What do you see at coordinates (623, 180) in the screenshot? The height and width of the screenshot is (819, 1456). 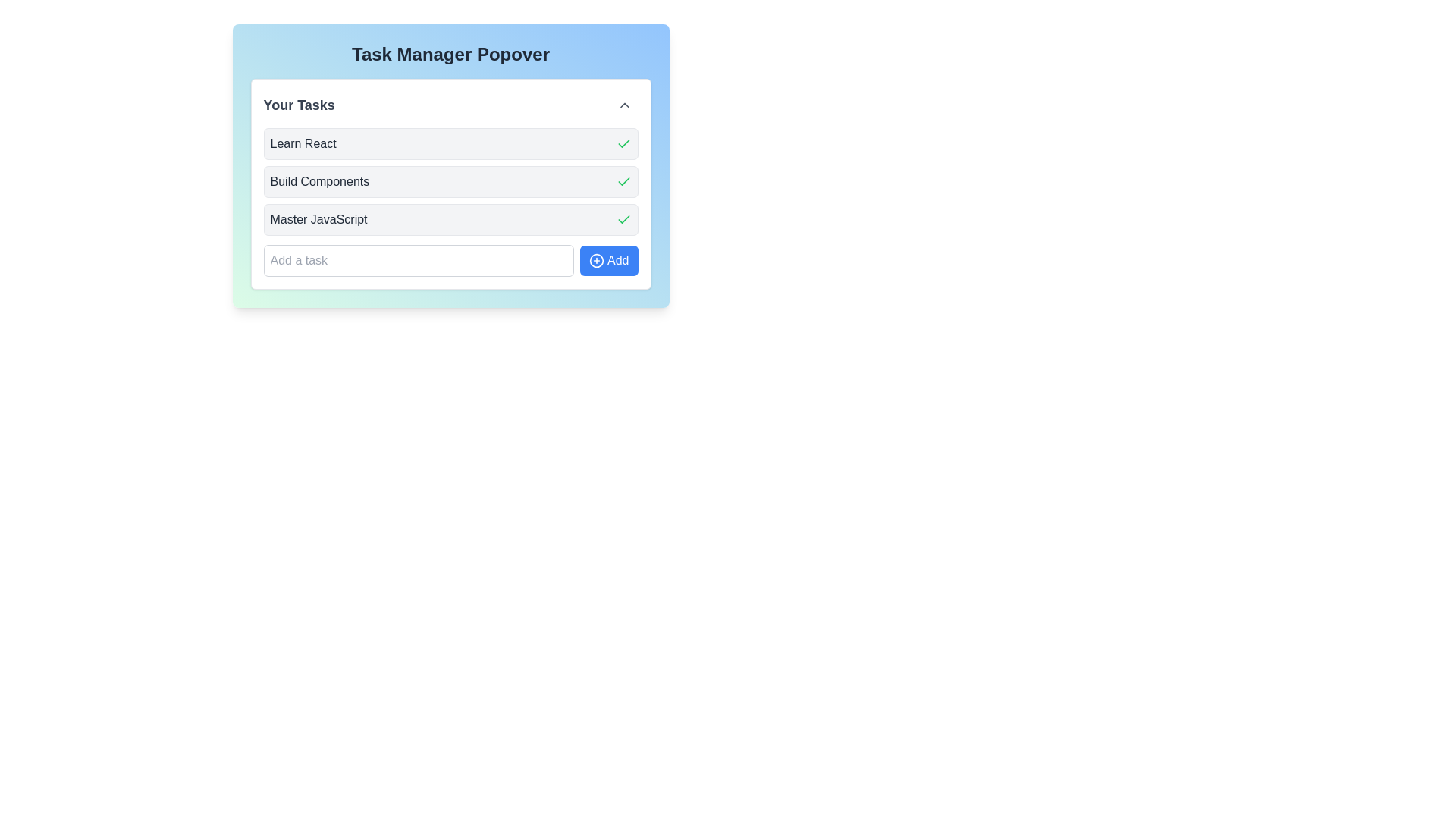 I see `the green checkmark icon that indicates the completion status of the 'Build Components' task in the 'Your Tasks' section` at bounding box center [623, 180].